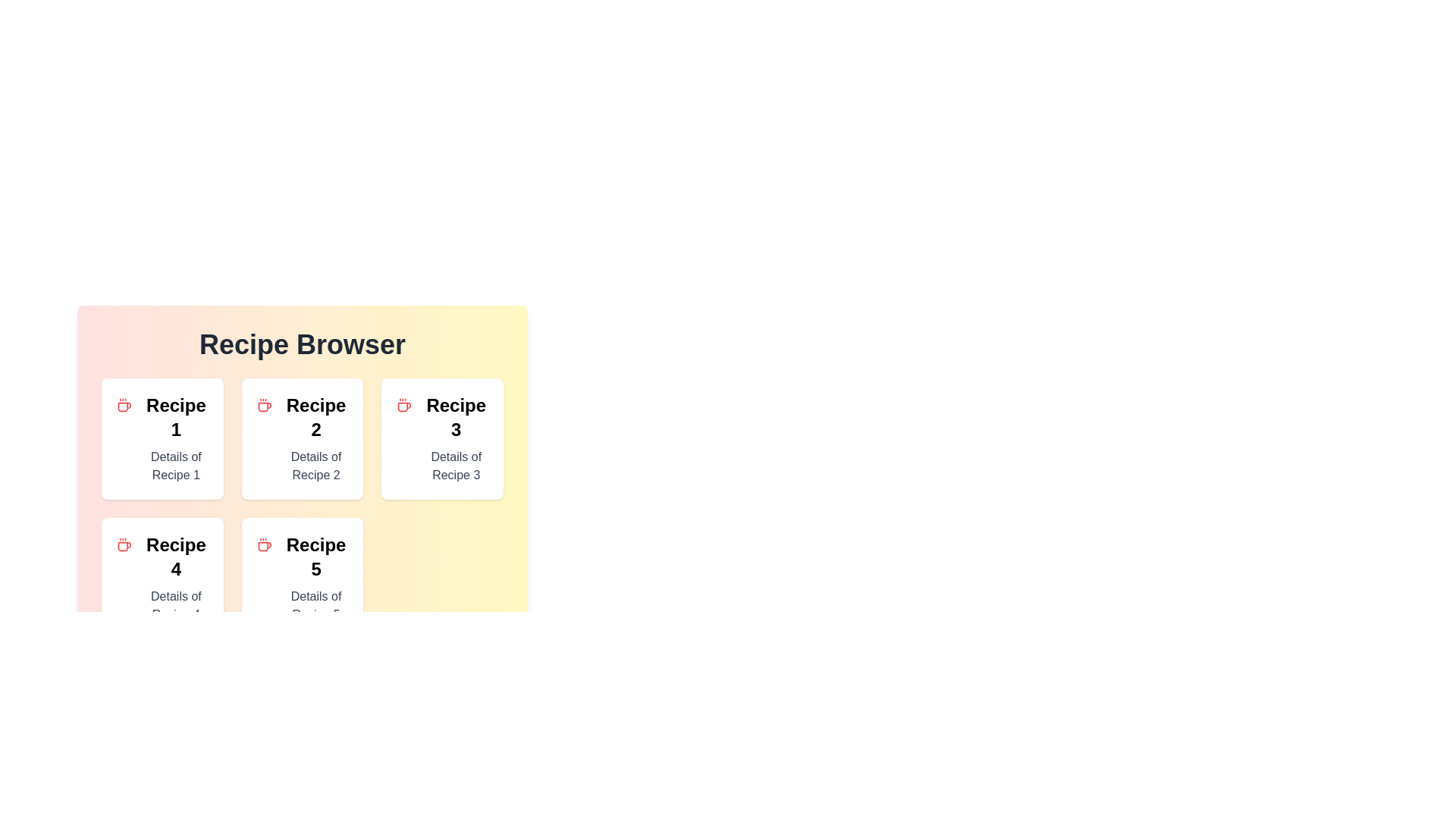 The image size is (1456, 819). I want to click on the coffee icon located at the top-left of the card labeled 'Recipe 1' in the recipe grid, so click(124, 405).